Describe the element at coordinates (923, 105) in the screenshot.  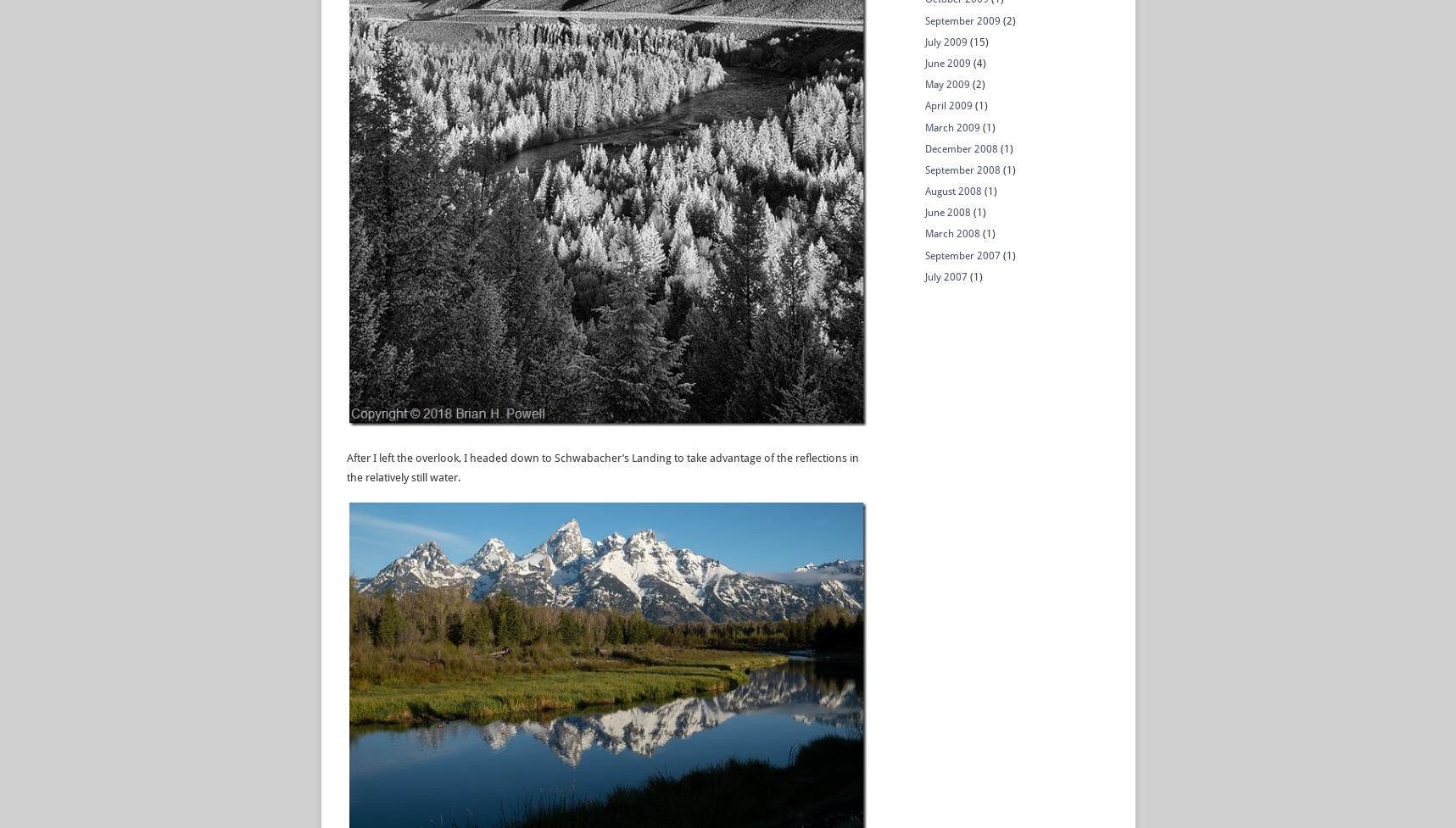
I see `'April 2009'` at that location.